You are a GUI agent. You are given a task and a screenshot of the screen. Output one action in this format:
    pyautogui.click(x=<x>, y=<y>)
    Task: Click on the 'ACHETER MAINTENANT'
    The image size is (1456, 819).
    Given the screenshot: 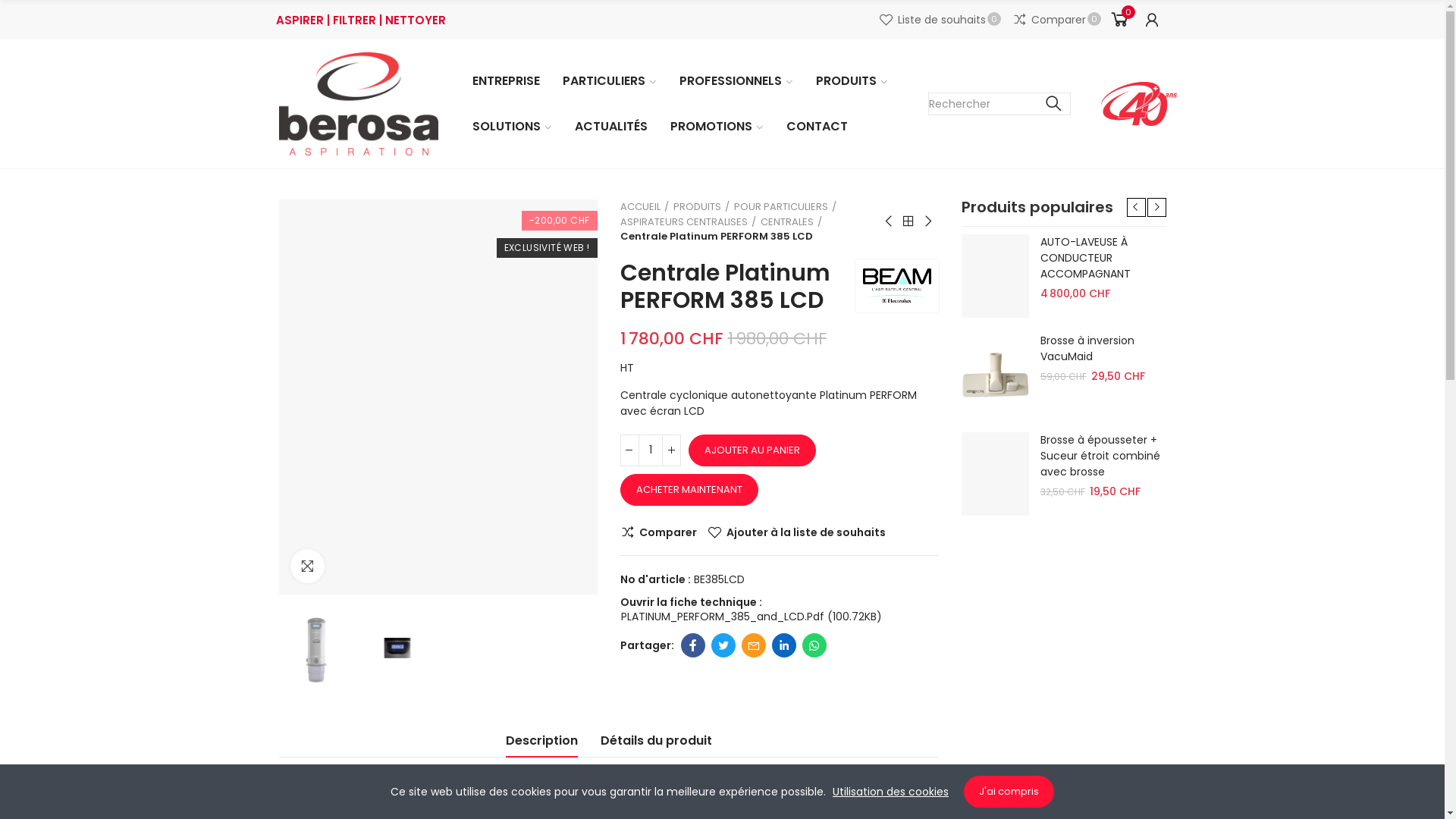 What is the action you would take?
    pyautogui.click(x=688, y=489)
    